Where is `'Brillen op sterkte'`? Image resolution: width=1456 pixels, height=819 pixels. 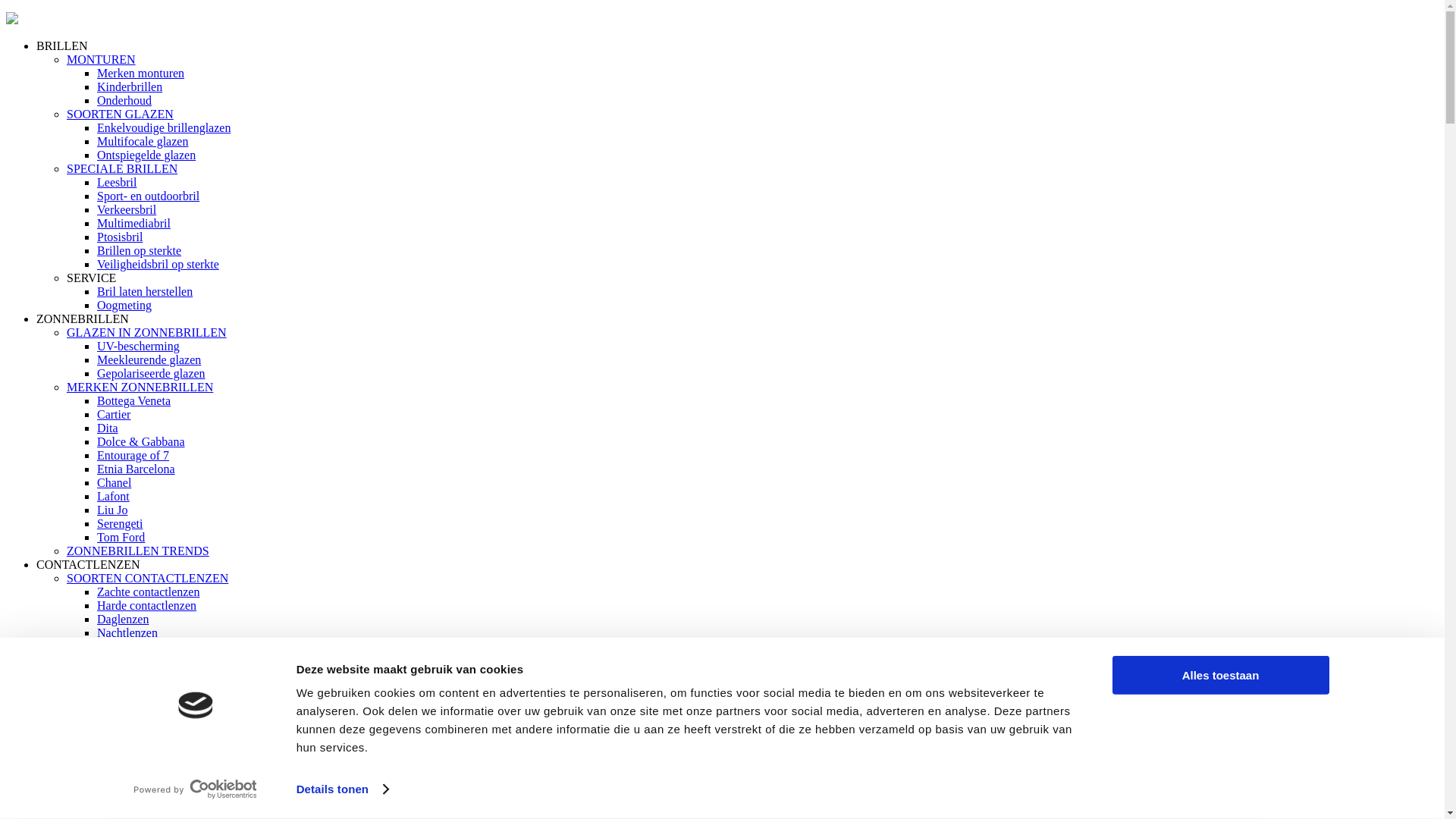
'Brillen op sterkte' is located at coordinates (139, 249).